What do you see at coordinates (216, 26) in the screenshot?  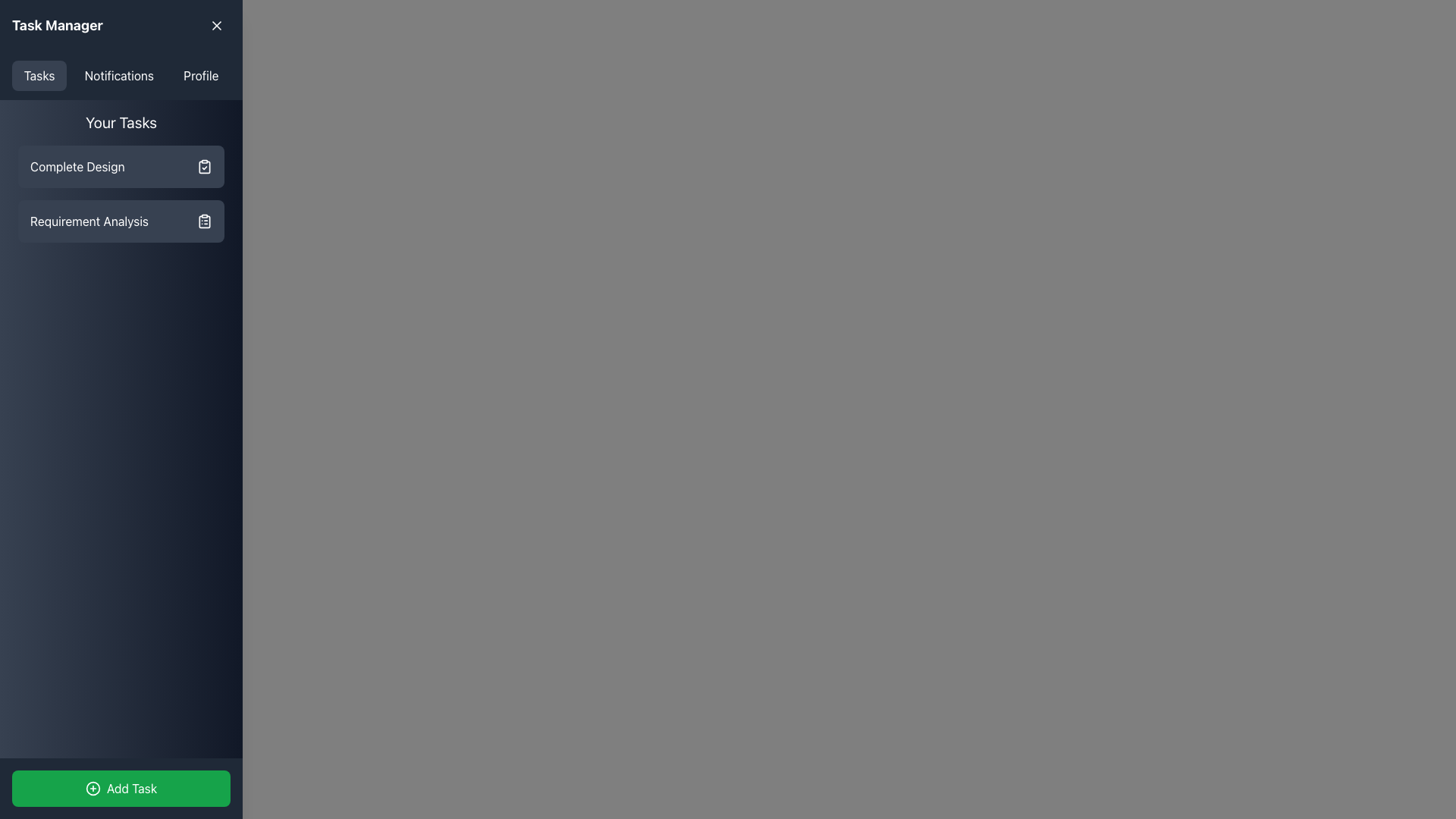 I see `the diagonal line of the 'X' icon located in the top-left corner of the interface` at bounding box center [216, 26].